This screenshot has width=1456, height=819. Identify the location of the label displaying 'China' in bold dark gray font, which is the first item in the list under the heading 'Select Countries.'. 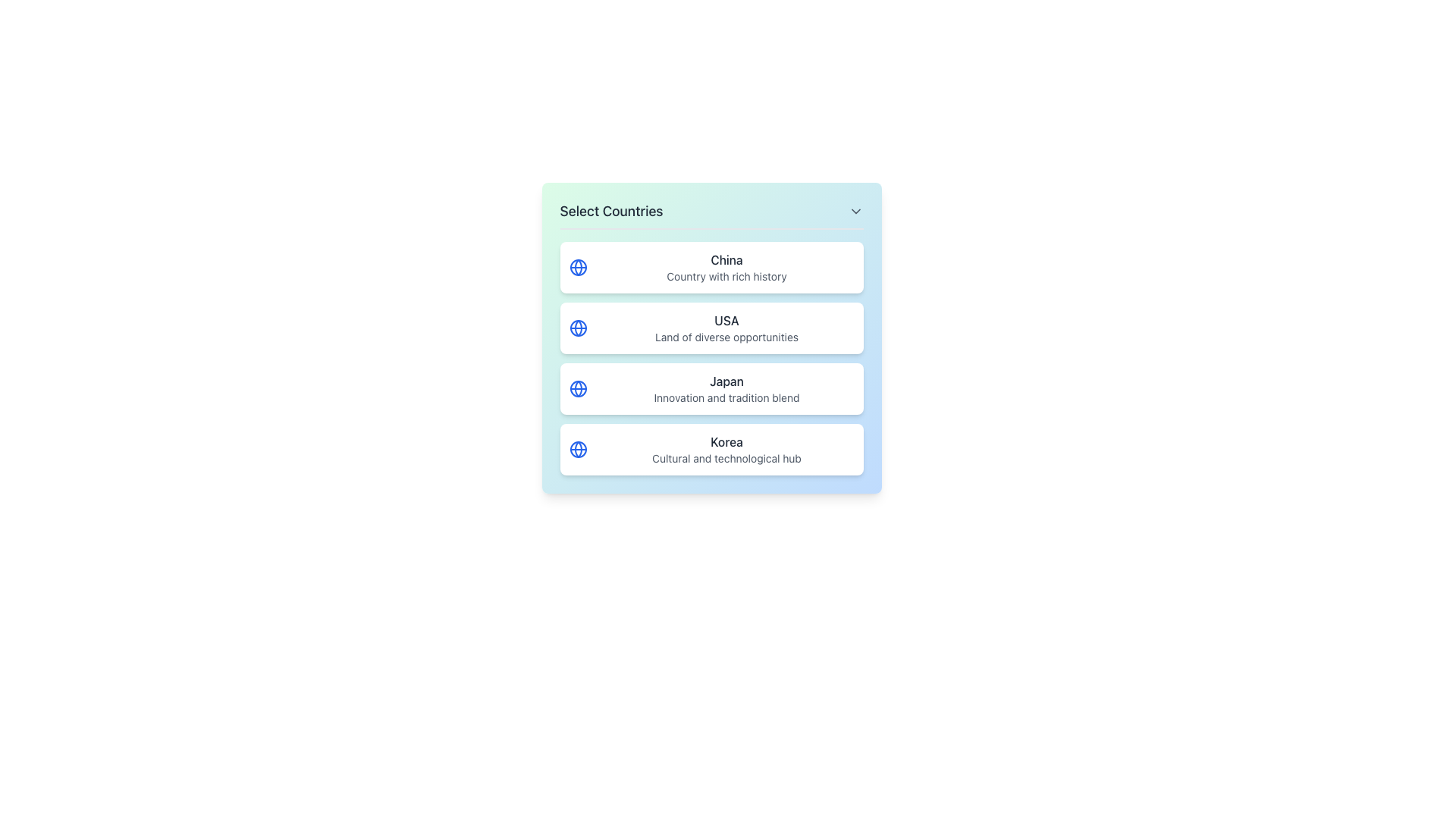
(726, 259).